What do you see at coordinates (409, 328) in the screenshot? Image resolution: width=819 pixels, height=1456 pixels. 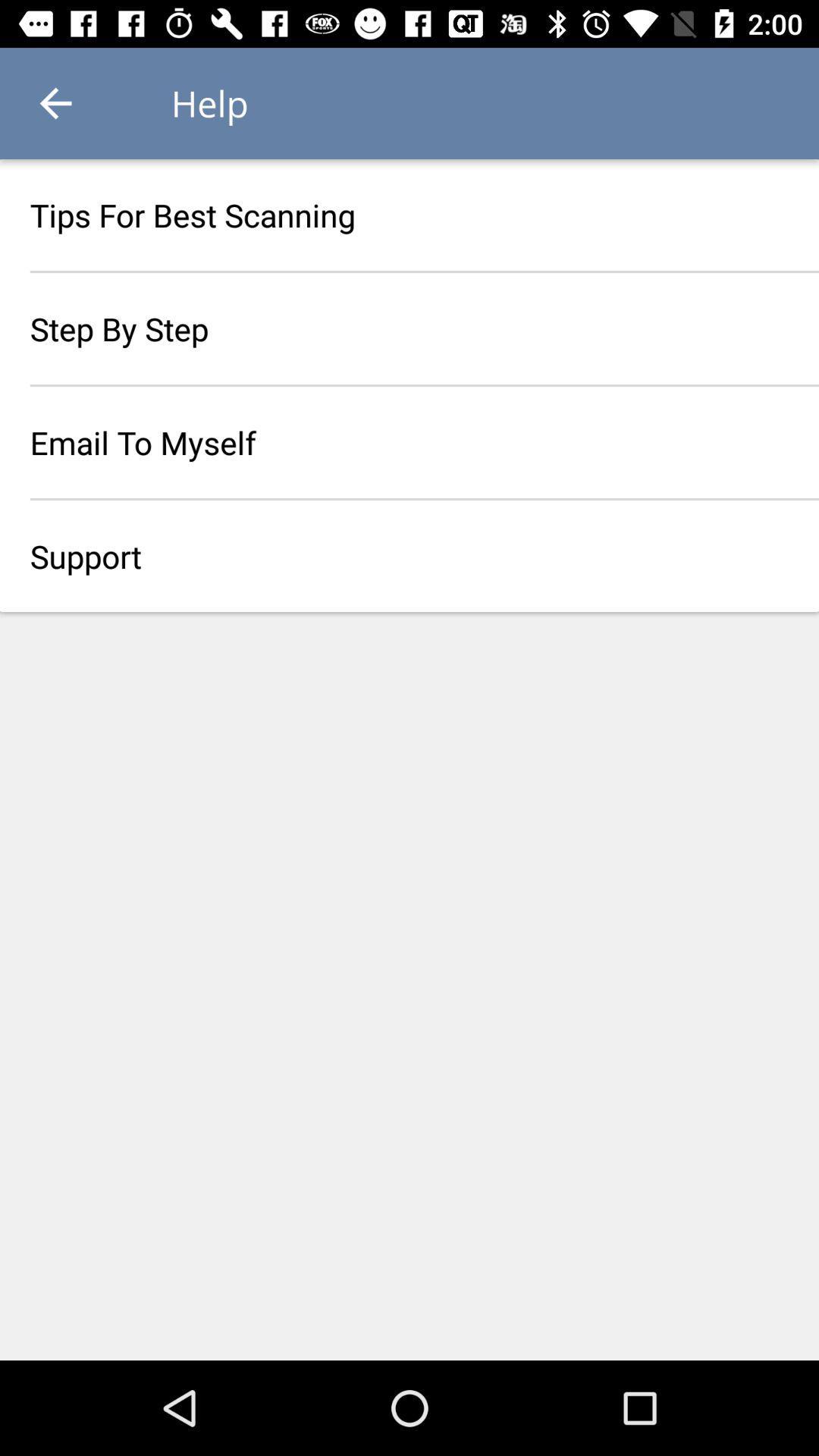 I see `item above email to myself icon` at bounding box center [409, 328].